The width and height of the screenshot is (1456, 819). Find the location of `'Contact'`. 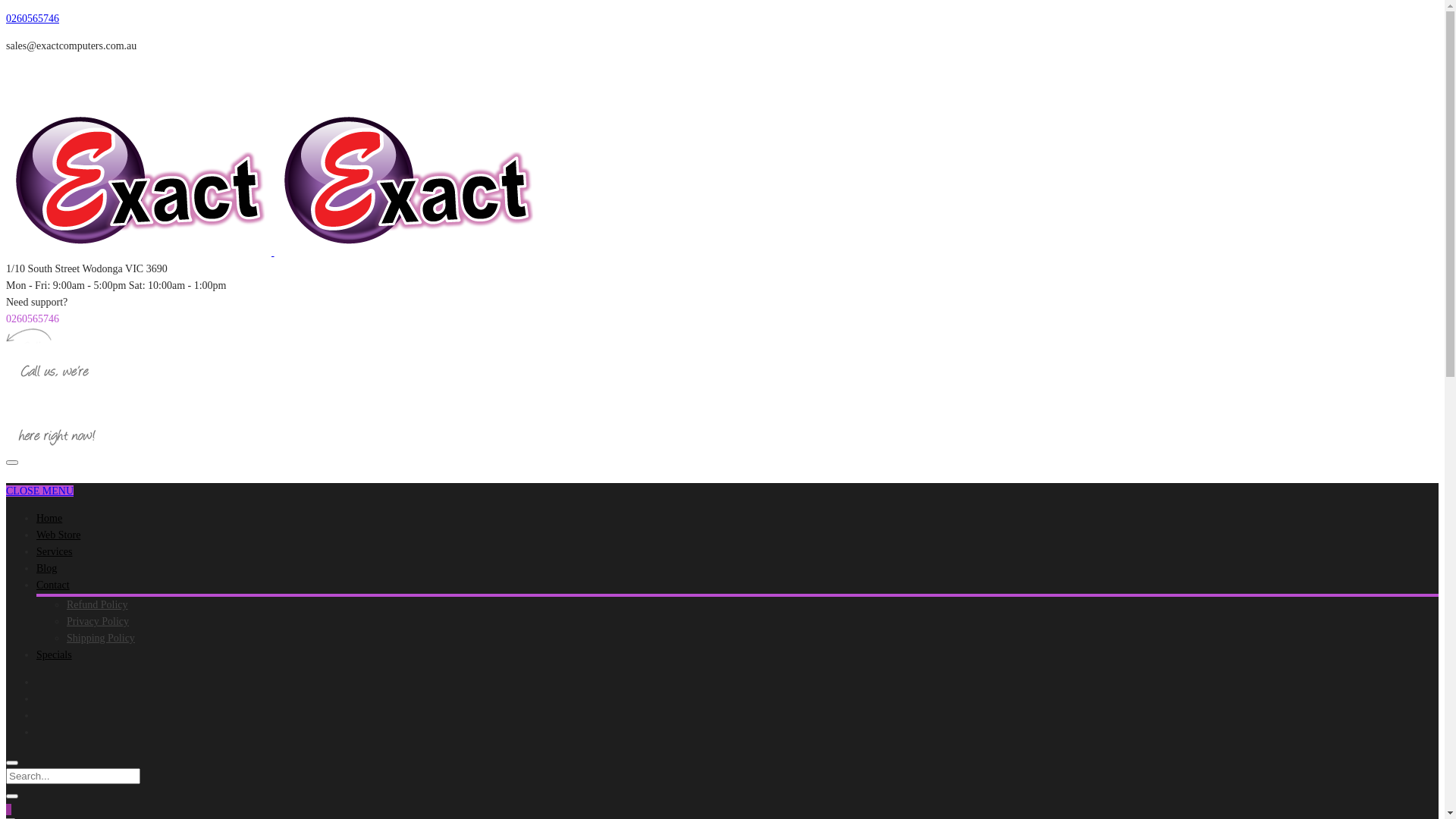

'Contact' is located at coordinates (53, 584).